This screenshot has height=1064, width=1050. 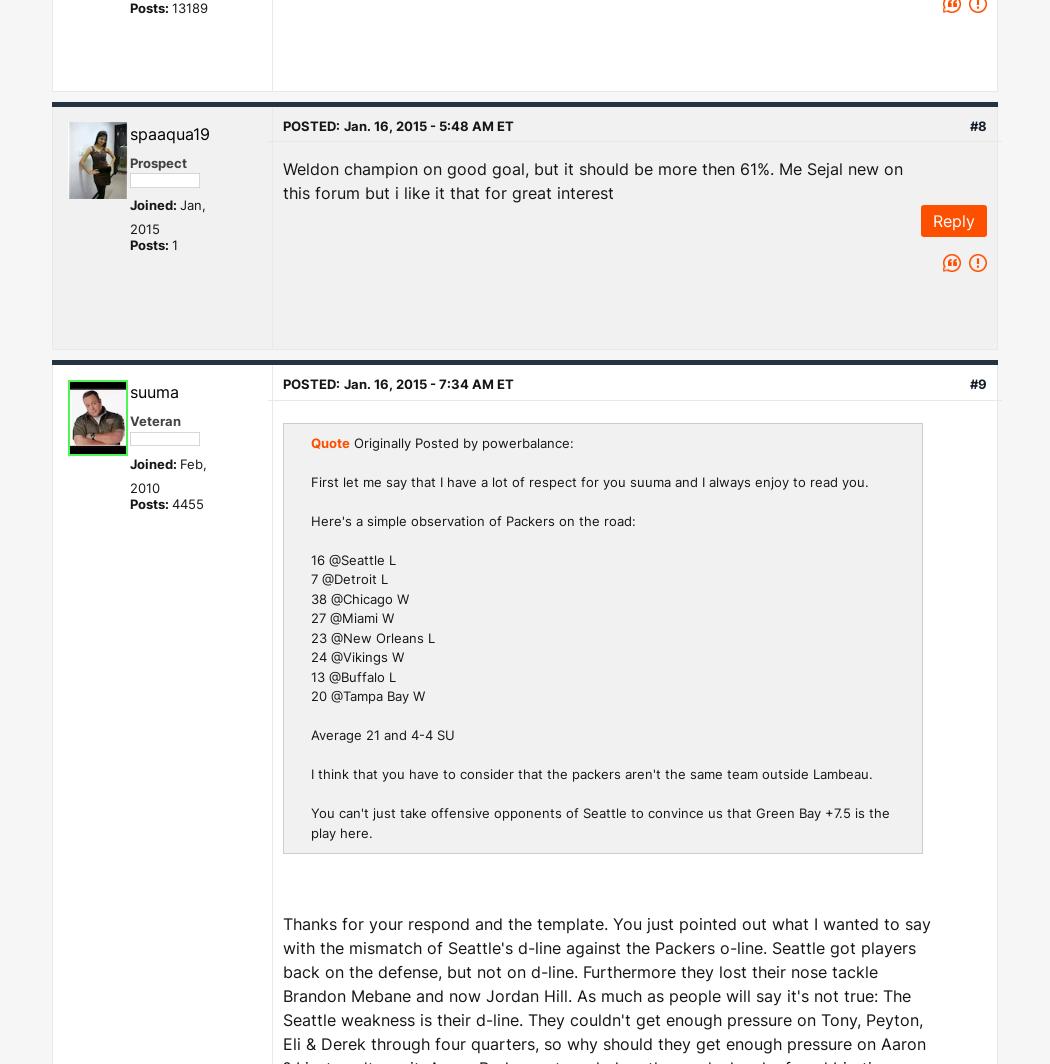 I want to click on 'Here's a simple observation of Packers on the road:', so click(x=473, y=519).